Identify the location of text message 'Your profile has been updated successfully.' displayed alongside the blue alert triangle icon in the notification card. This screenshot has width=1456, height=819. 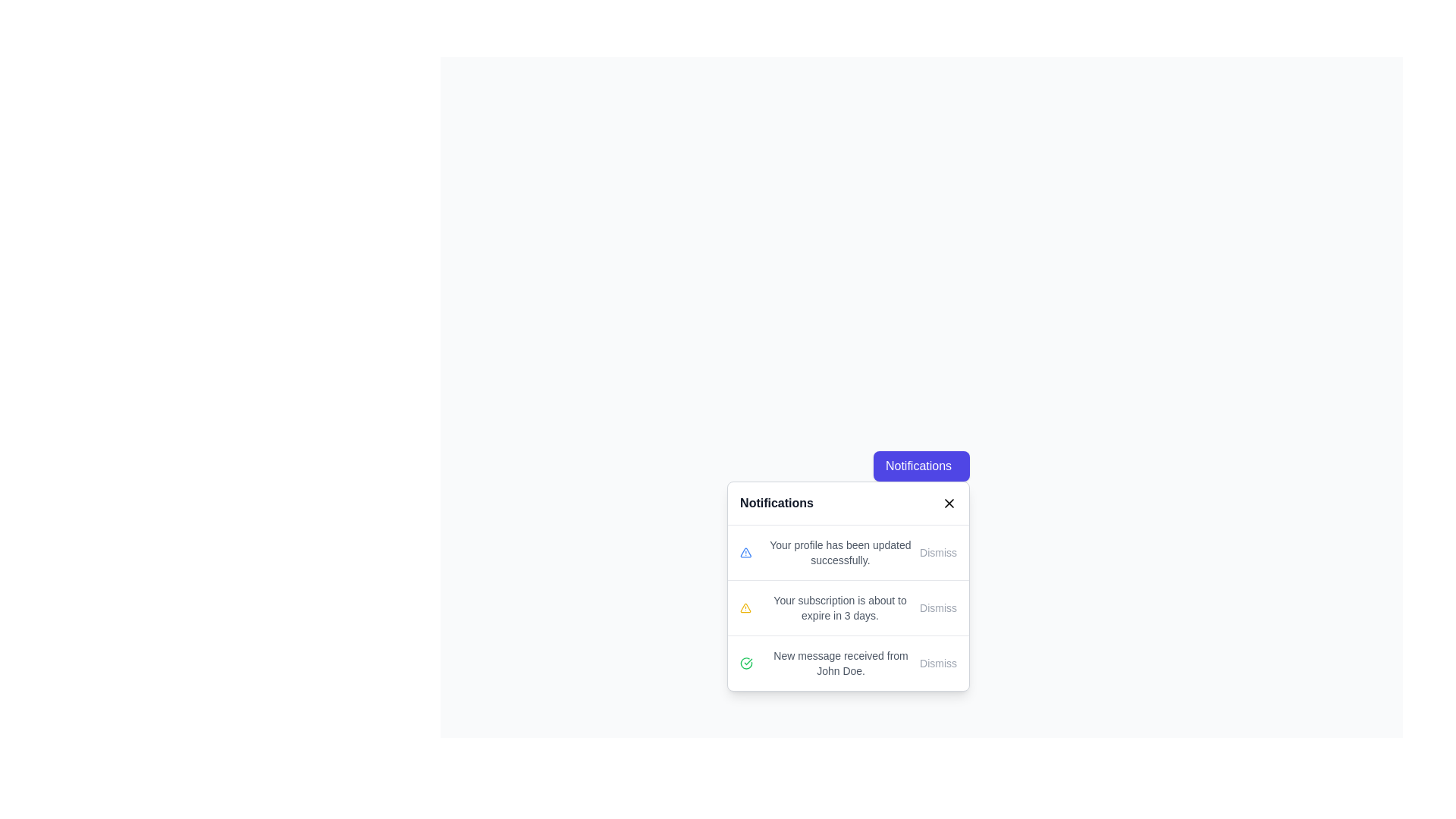
(829, 553).